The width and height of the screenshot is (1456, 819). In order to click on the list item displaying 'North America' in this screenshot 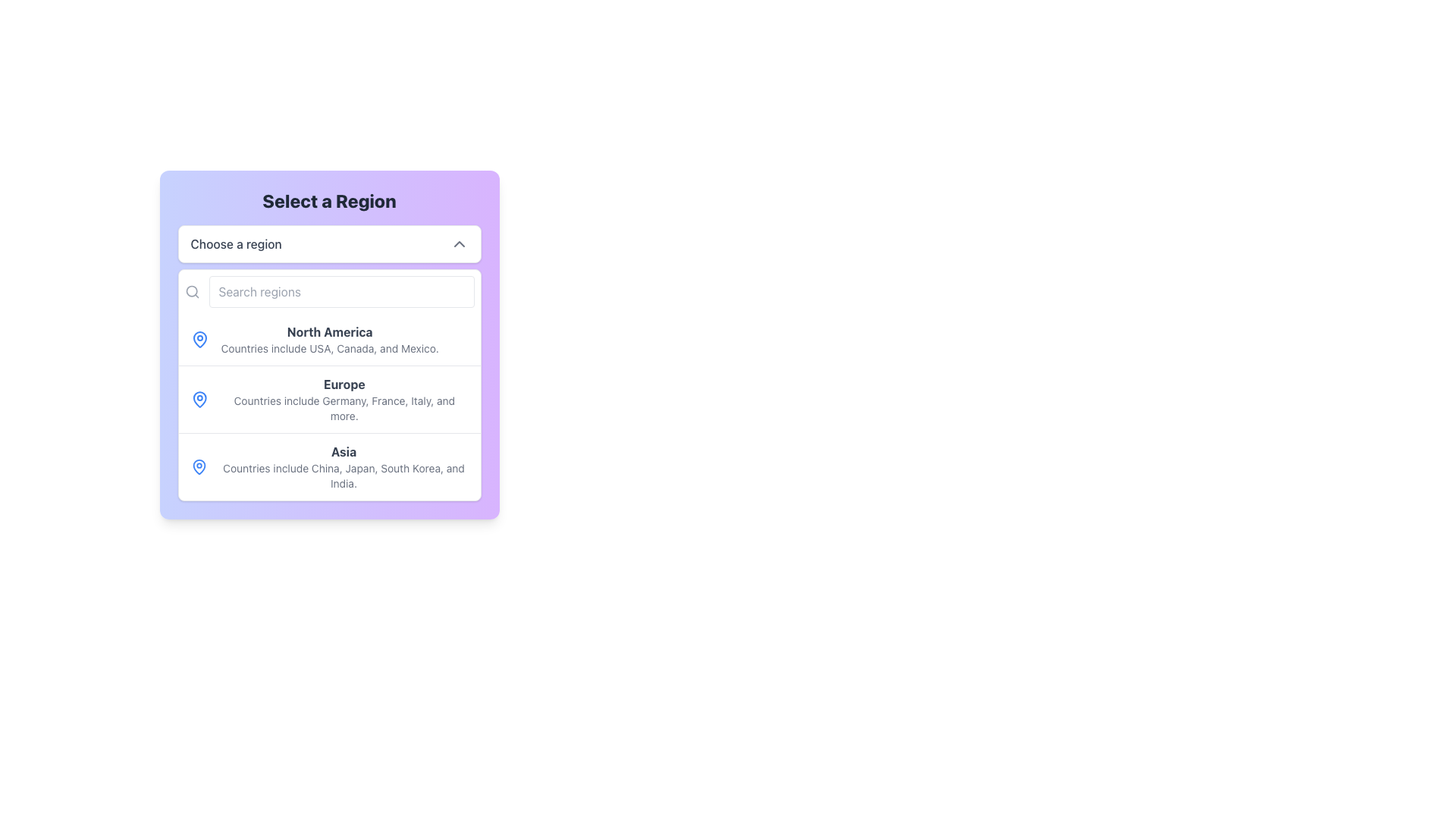, I will do `click(329, 338)`.